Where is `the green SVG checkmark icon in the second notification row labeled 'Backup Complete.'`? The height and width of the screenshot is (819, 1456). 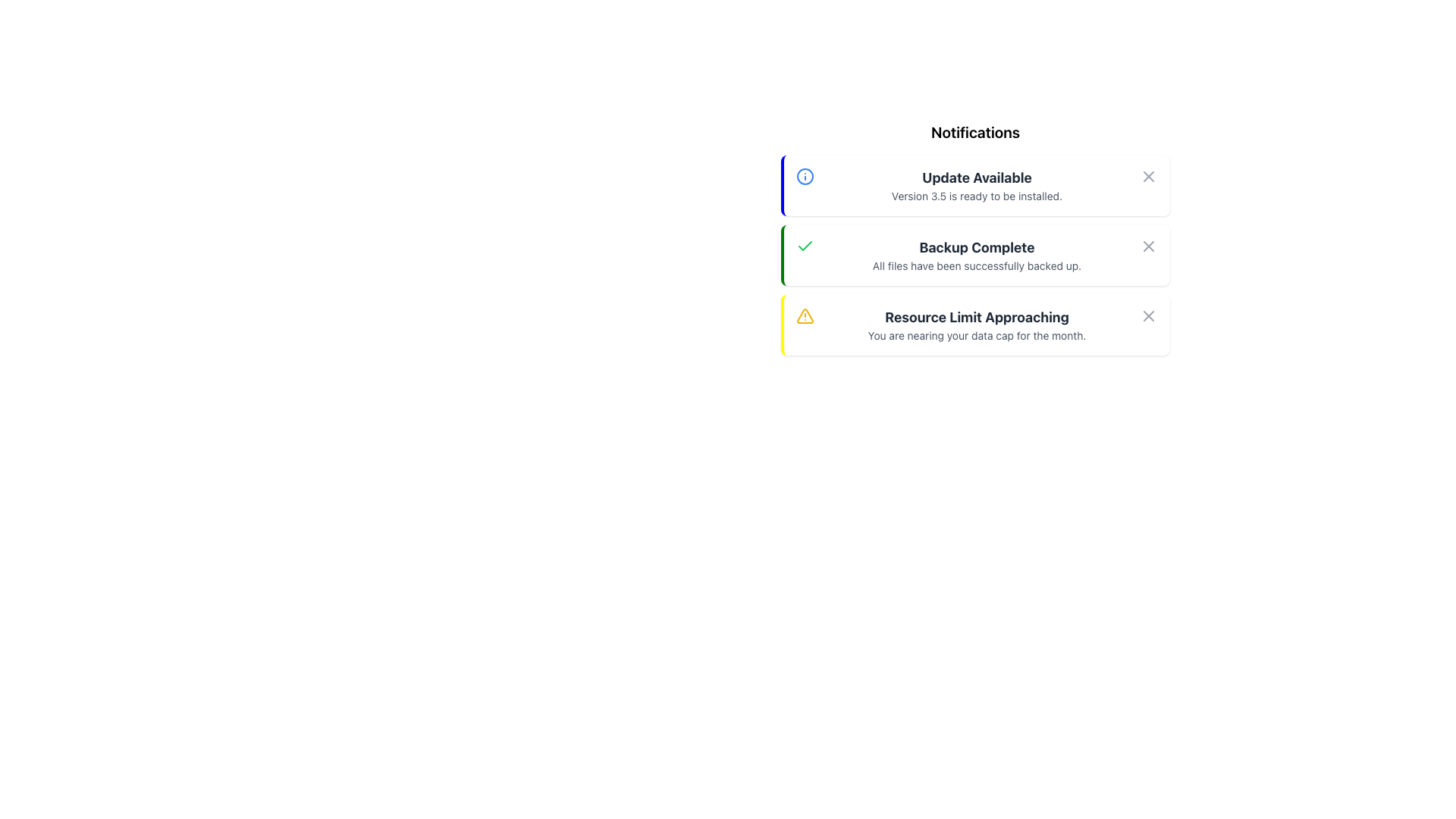 the green SVG checkmark icon in the second notification row labeled 'Backup Complete.' is located at coordinates (804, 245).